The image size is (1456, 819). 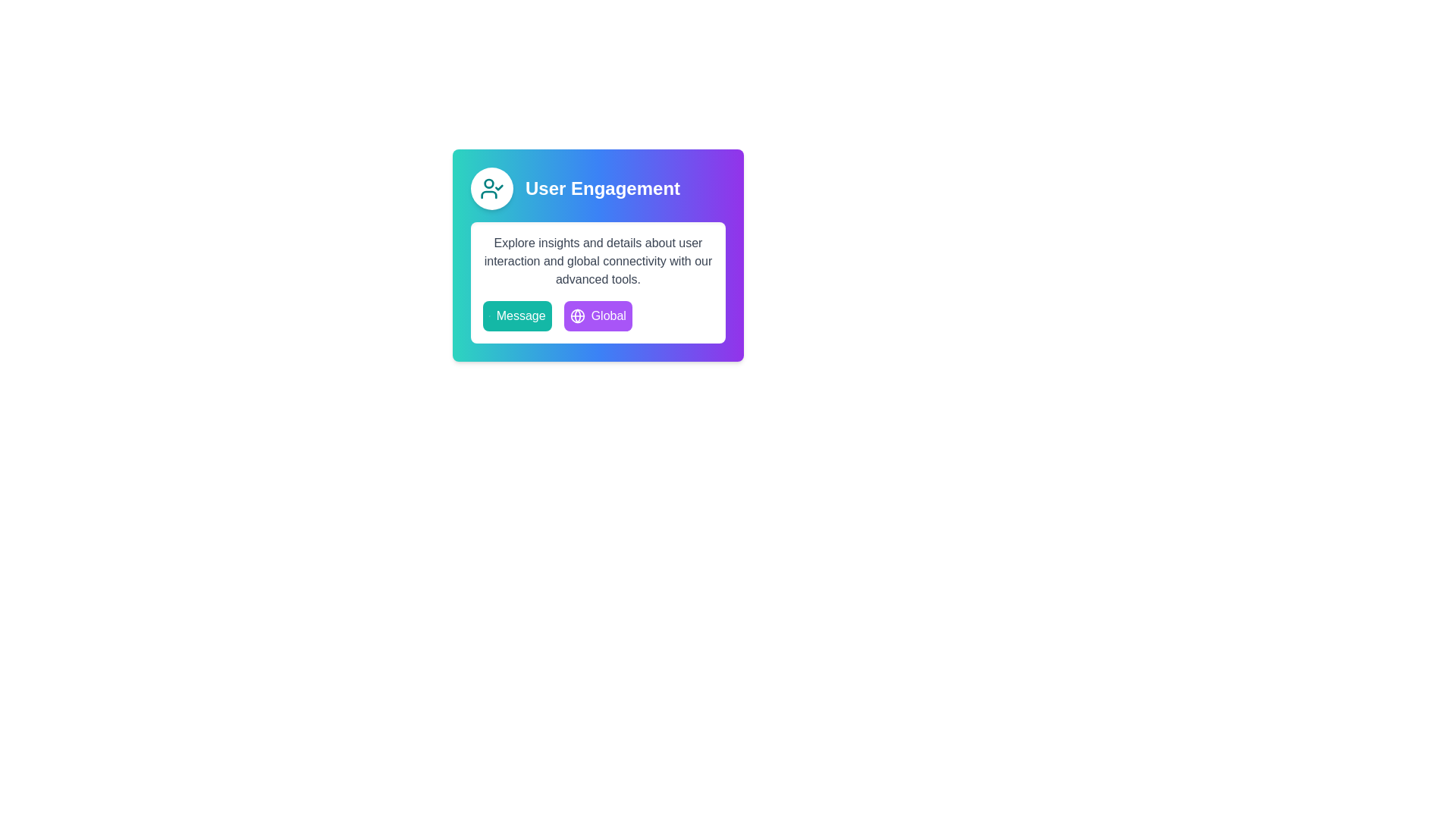 I want to click on the globe icon located to the left of the 'Global' text within the Global button in the bottom-right area of the user card interface, so click(x=576, y=315).